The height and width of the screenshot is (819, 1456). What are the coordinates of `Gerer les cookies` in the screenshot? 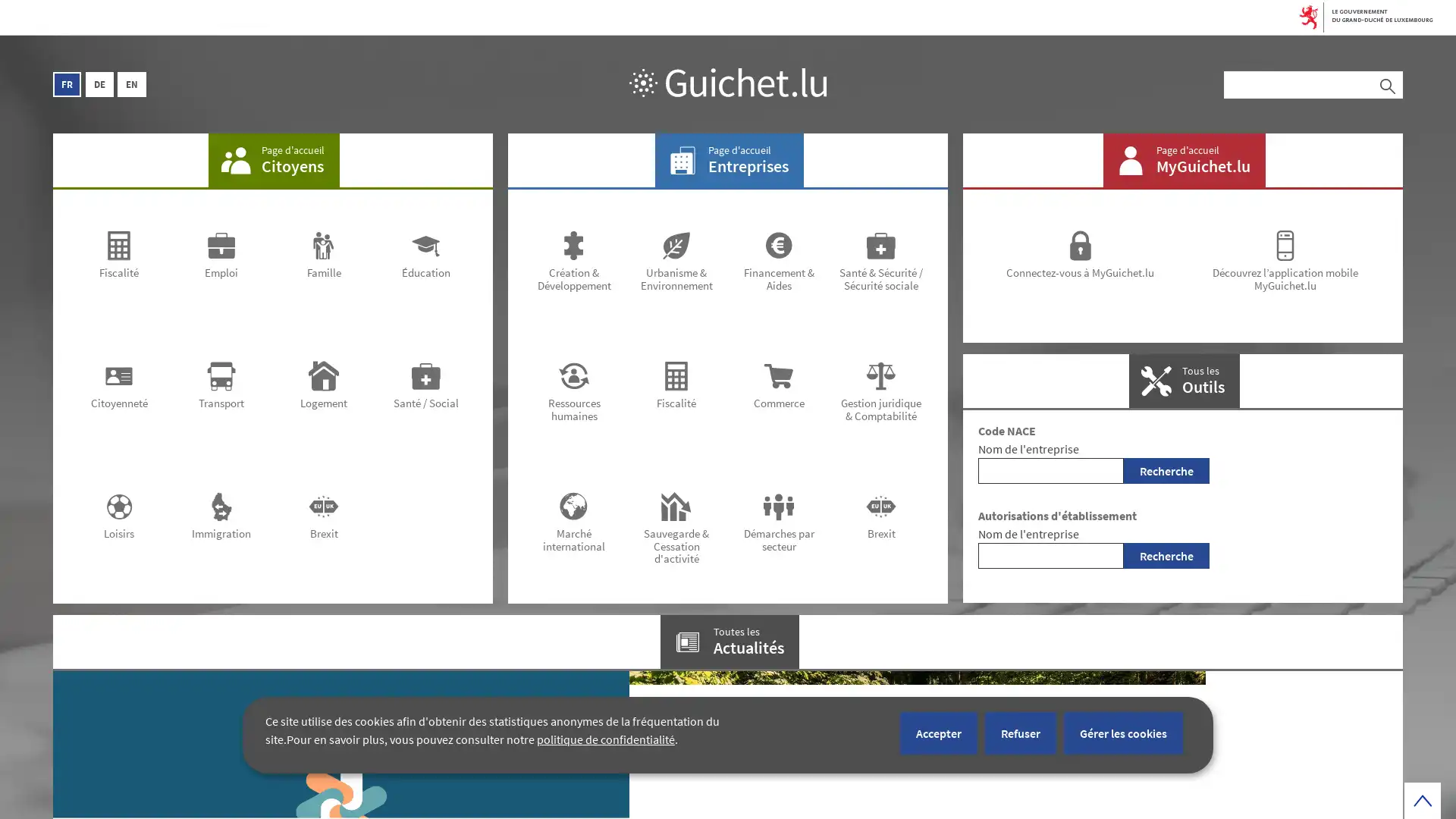 It's located at (1123, 733).